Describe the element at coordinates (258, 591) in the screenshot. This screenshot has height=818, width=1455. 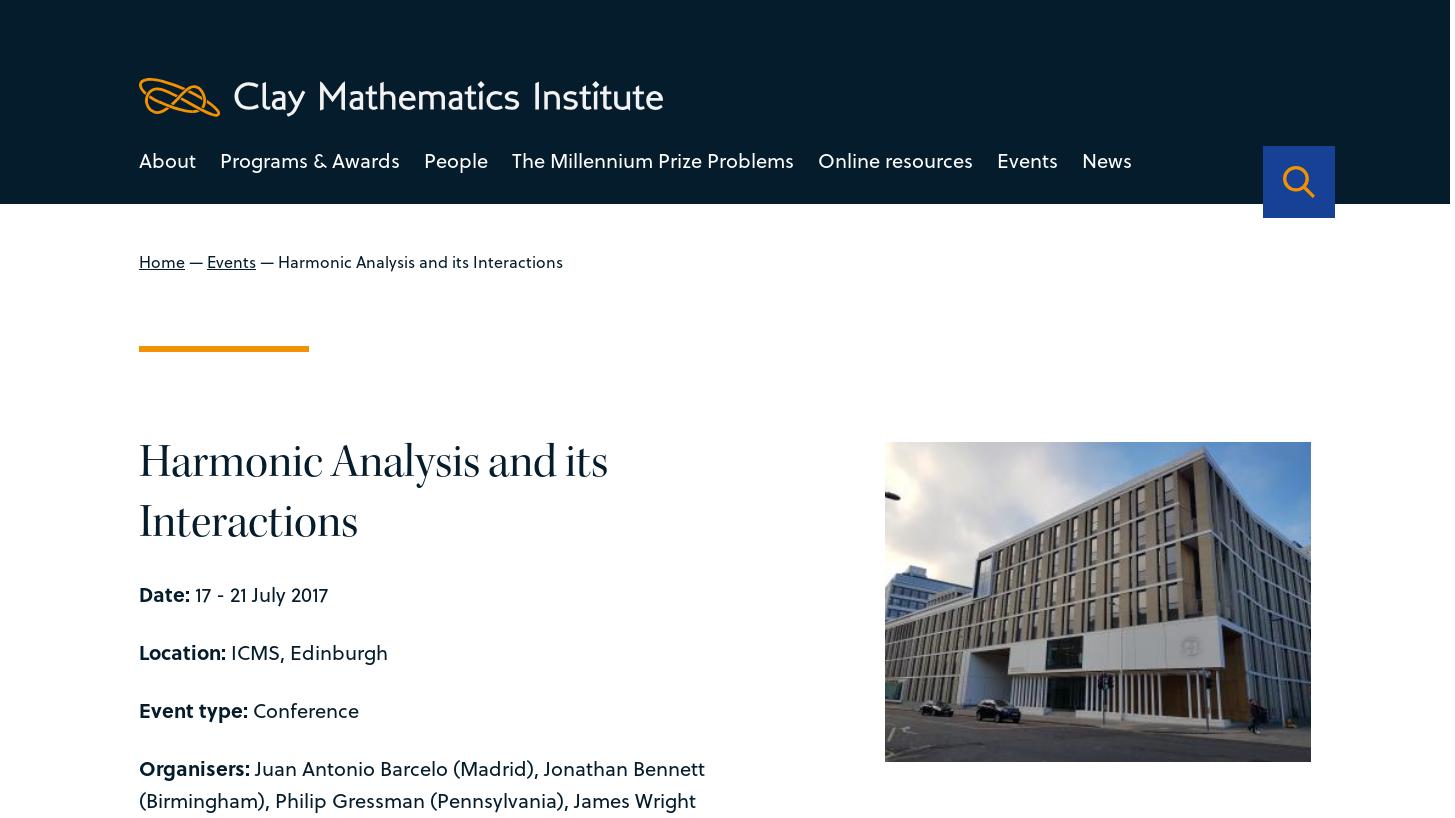
I see `'17 - 21  July 2017'` at that location.